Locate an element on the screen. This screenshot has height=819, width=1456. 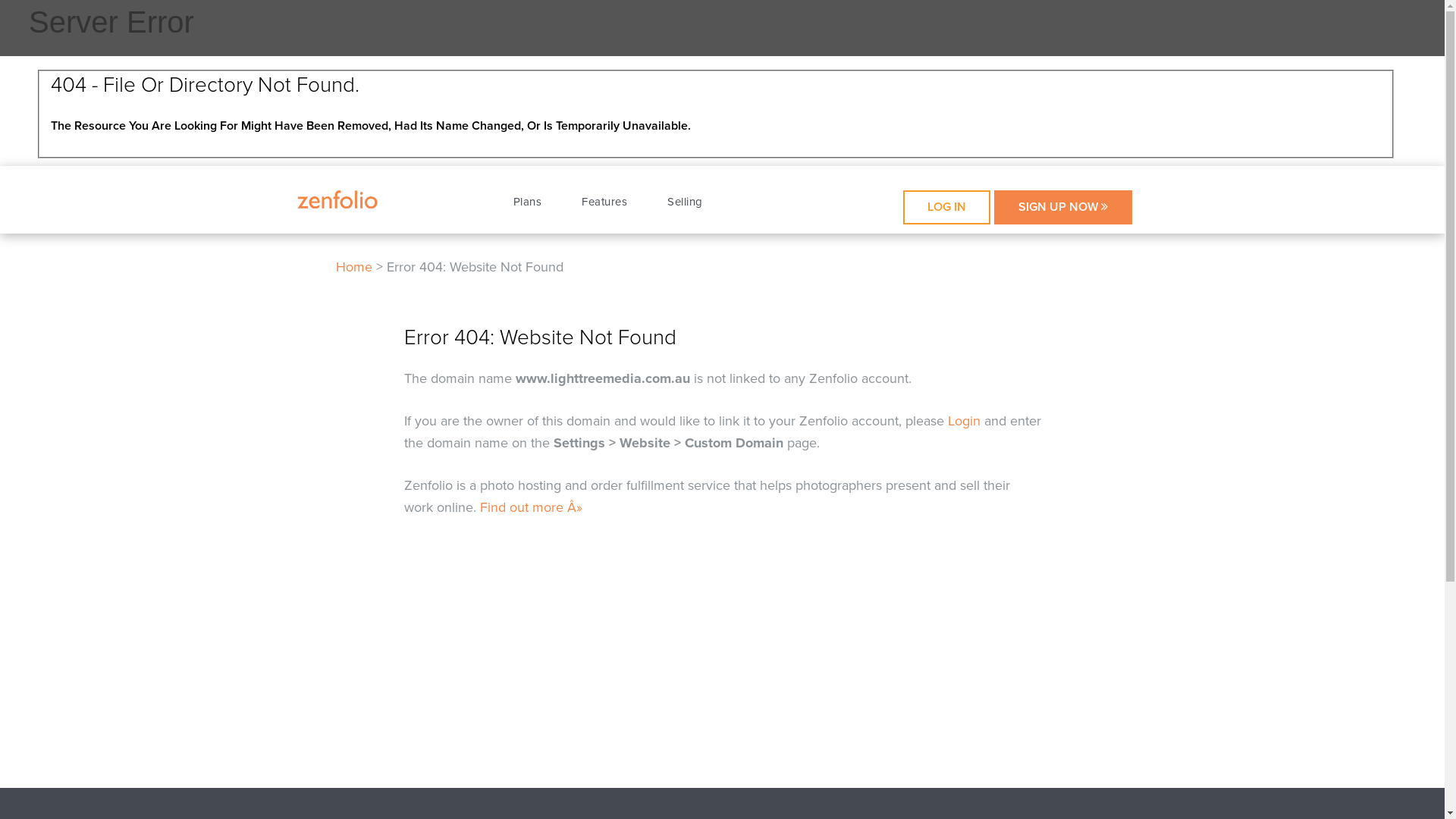
'Features' is located at coordinates (603, 201).